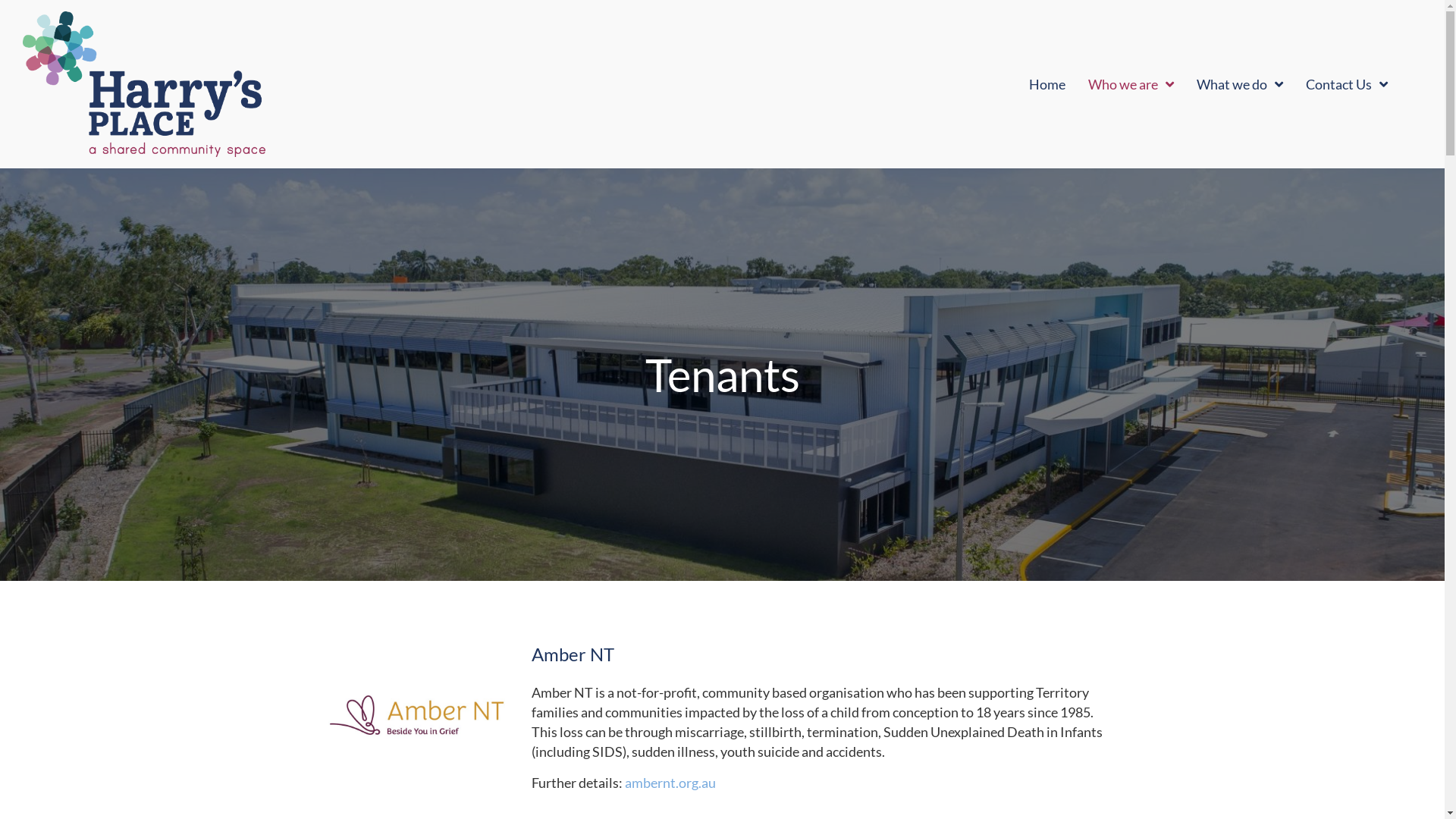 The image size is (1456, 819). Describe the element at coordinates (1240, 84) in the screenshot. I see `'What we do'` at that location.